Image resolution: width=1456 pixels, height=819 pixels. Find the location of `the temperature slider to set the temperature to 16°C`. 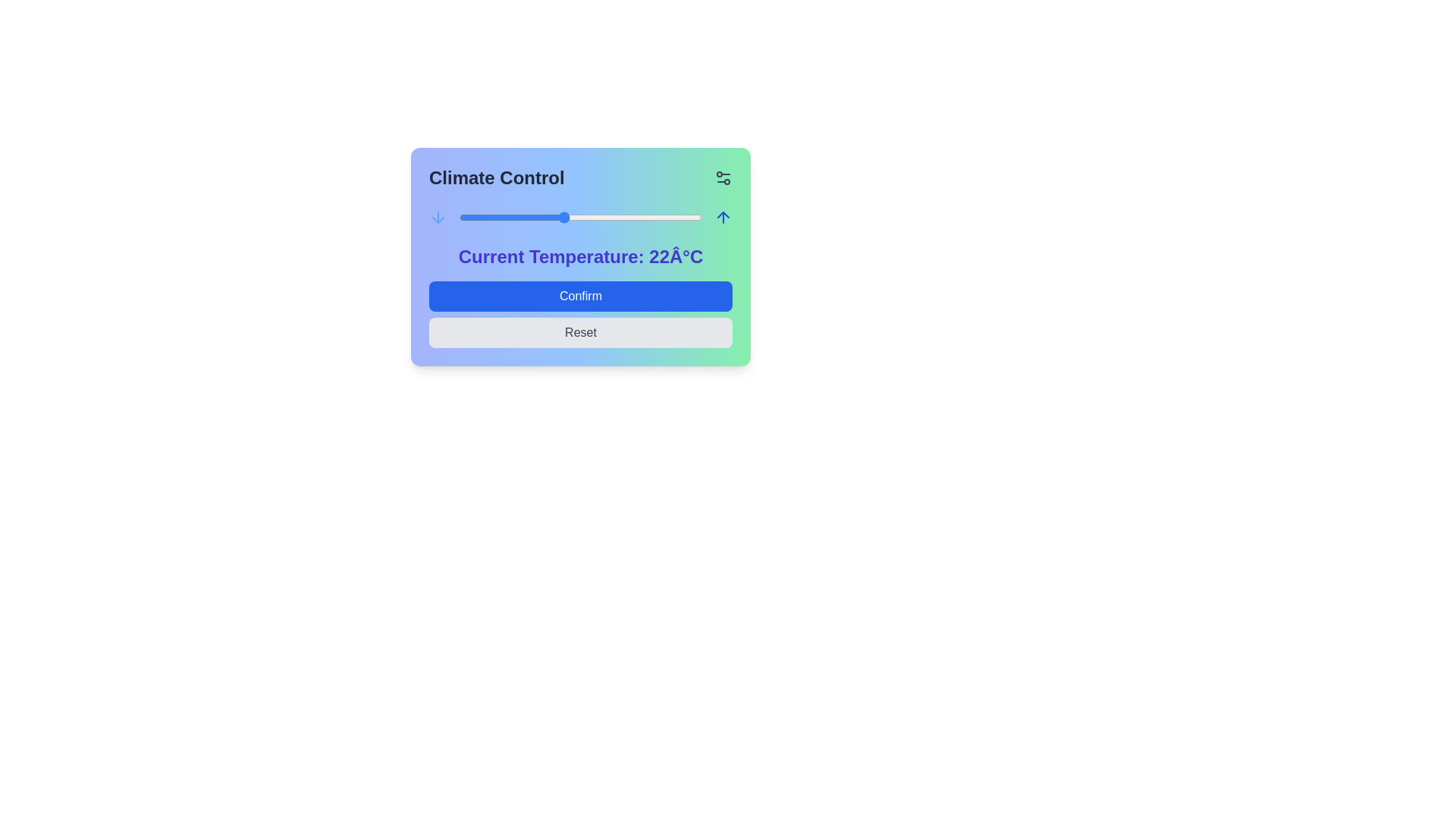

the temperature slider to set the temperature to 16°C is located at coordinates (458, 217).